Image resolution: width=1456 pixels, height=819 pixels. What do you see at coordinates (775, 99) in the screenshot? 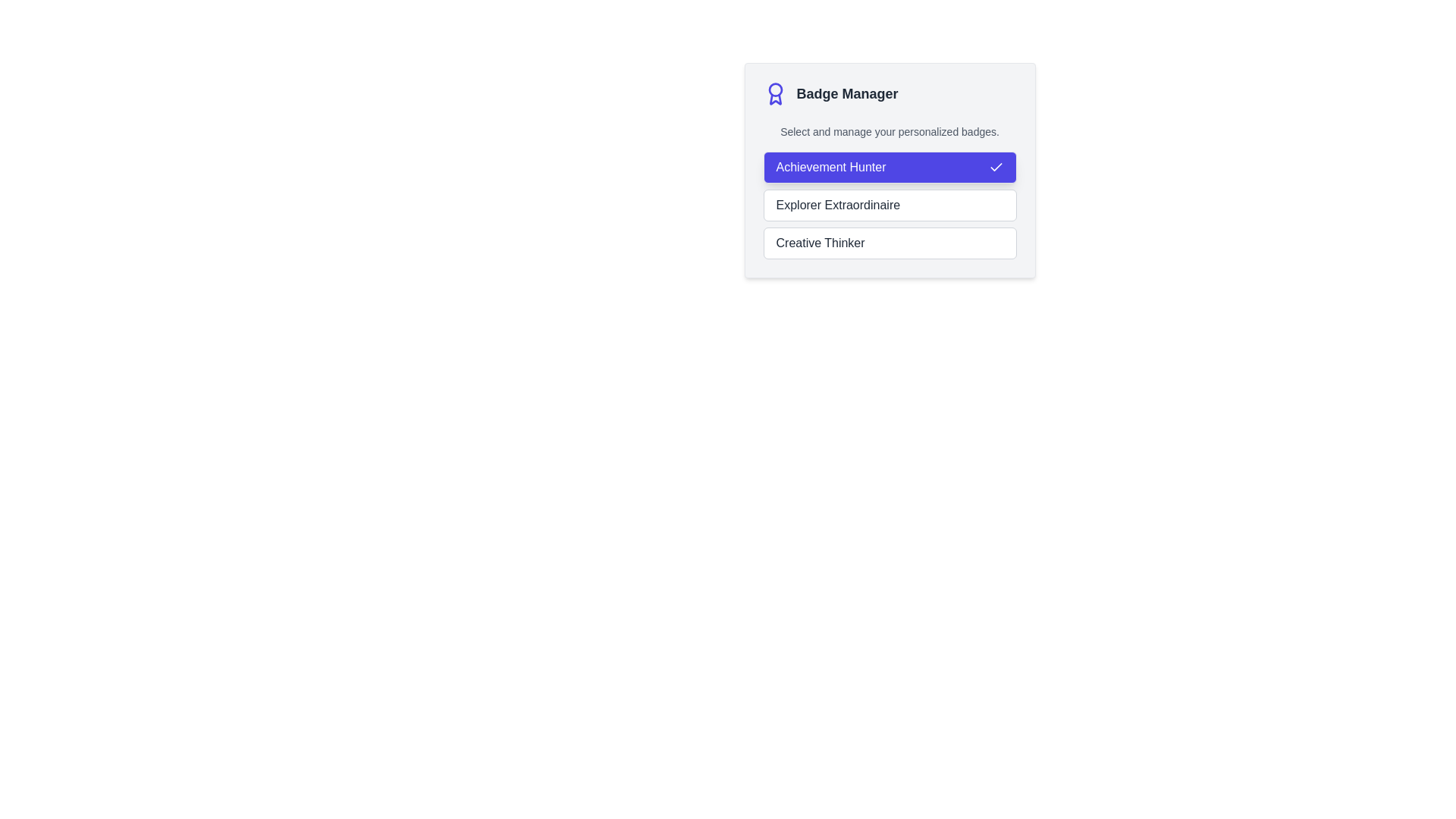
I see `the decorative icon part within the SVG badge icon, located to the left of the heading 'Badge Manager'` at bounding box center [775, 99].